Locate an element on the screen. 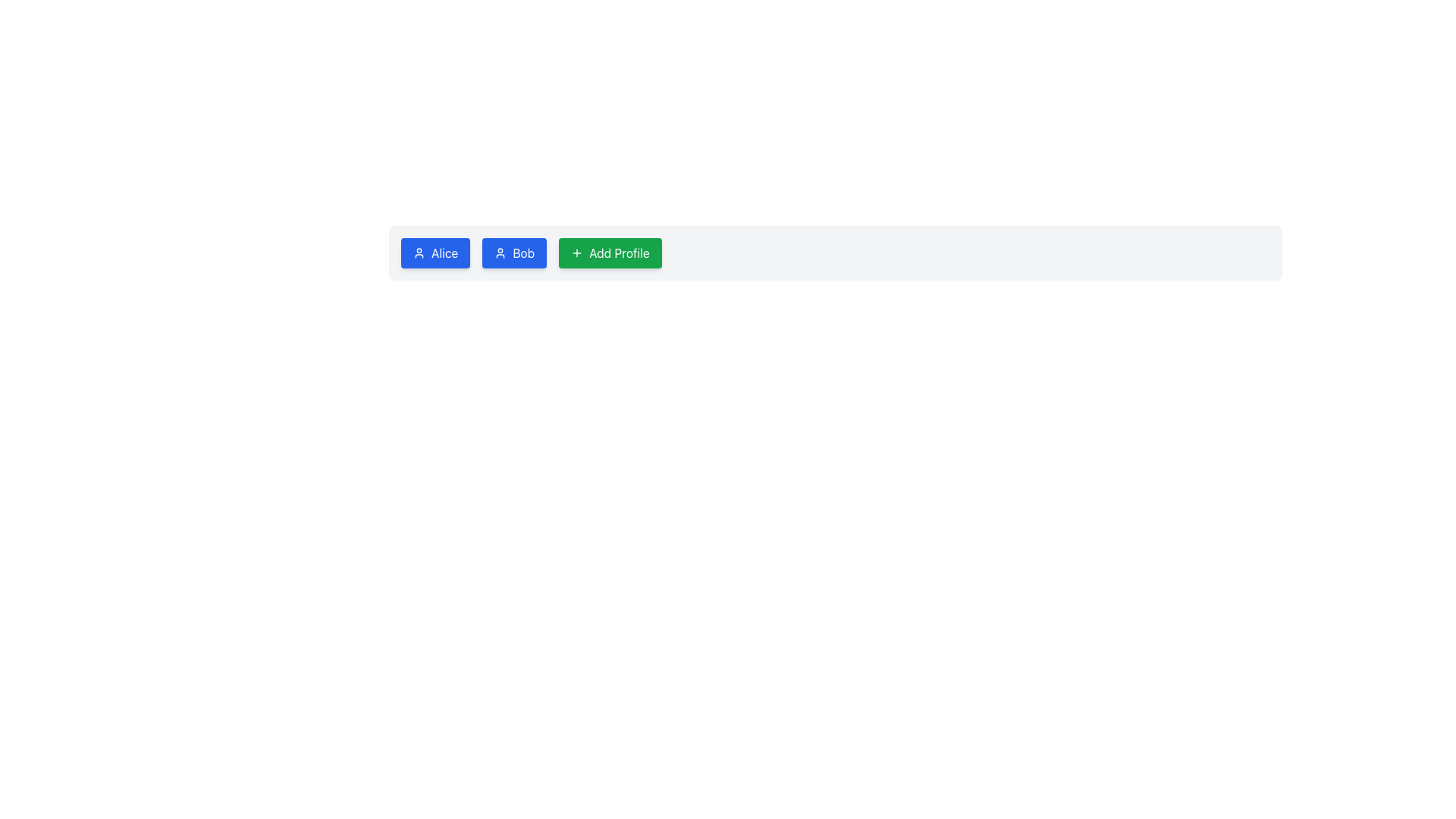 Image resolution: width=1456 pixels, height=819 pixels. the user profile icon labeled 'Alice', which is the first button in a horizontal row of buttons is located at coordinates (419, 253).